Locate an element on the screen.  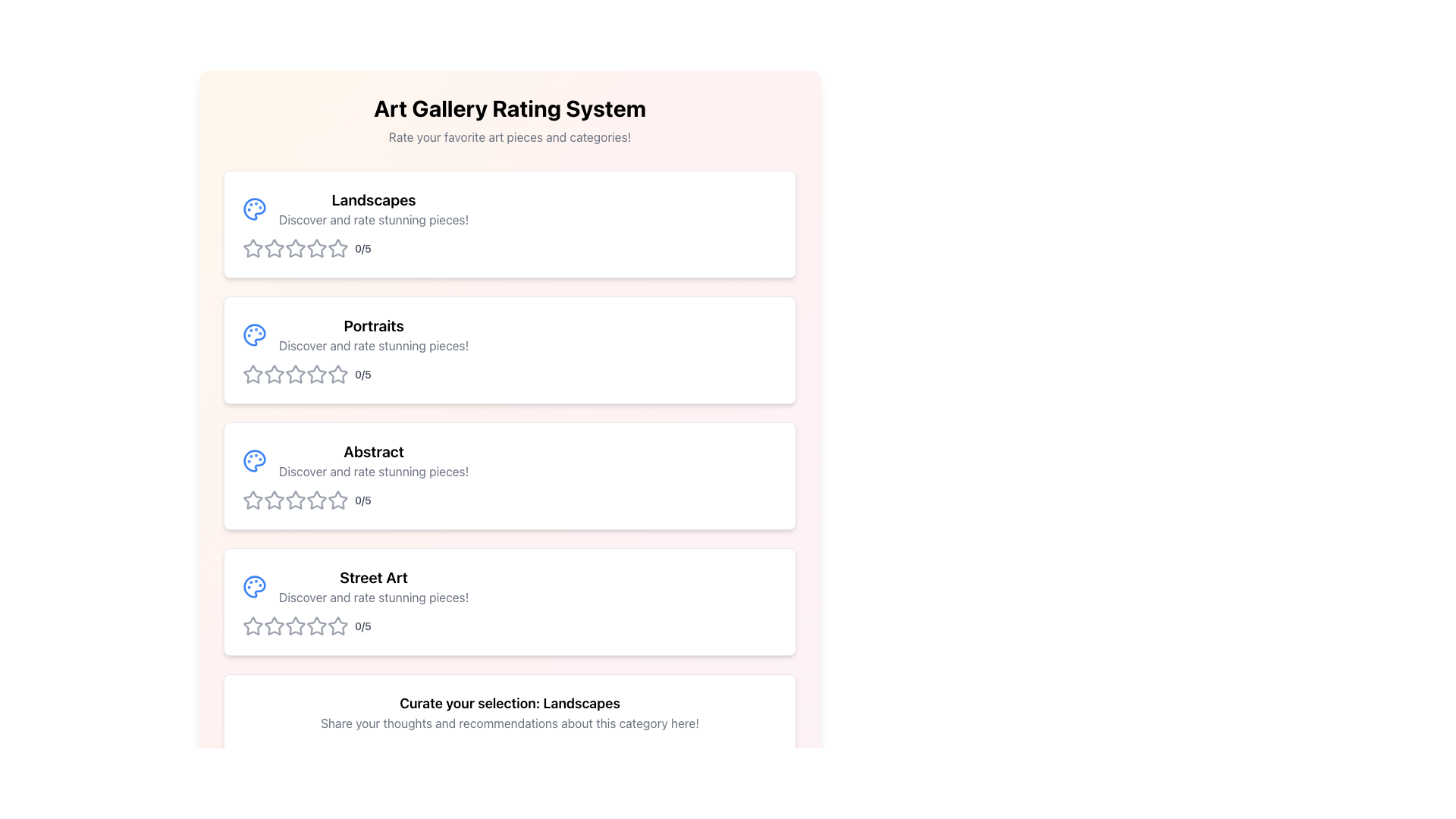
the fifth star-shaped icon in the Landscapes rating section to rate it is located at coordinates (337, 247).